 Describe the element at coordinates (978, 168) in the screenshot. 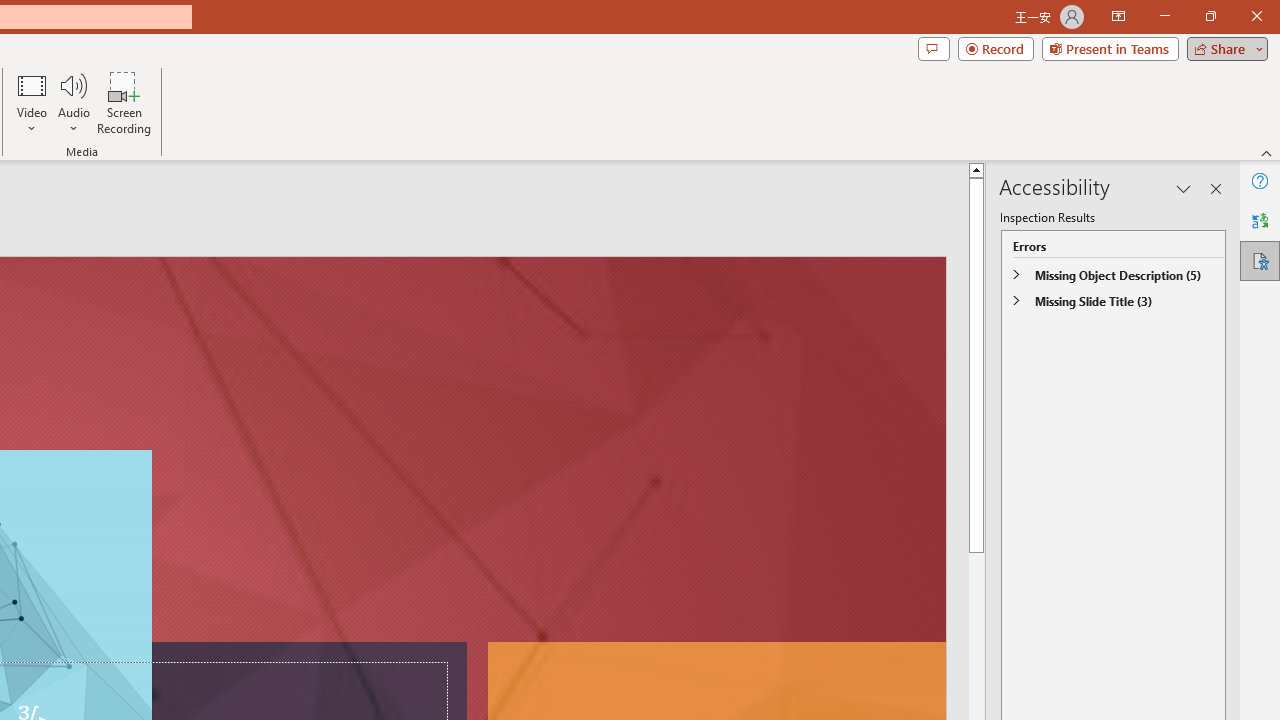

I see `'Line up'` at that location.